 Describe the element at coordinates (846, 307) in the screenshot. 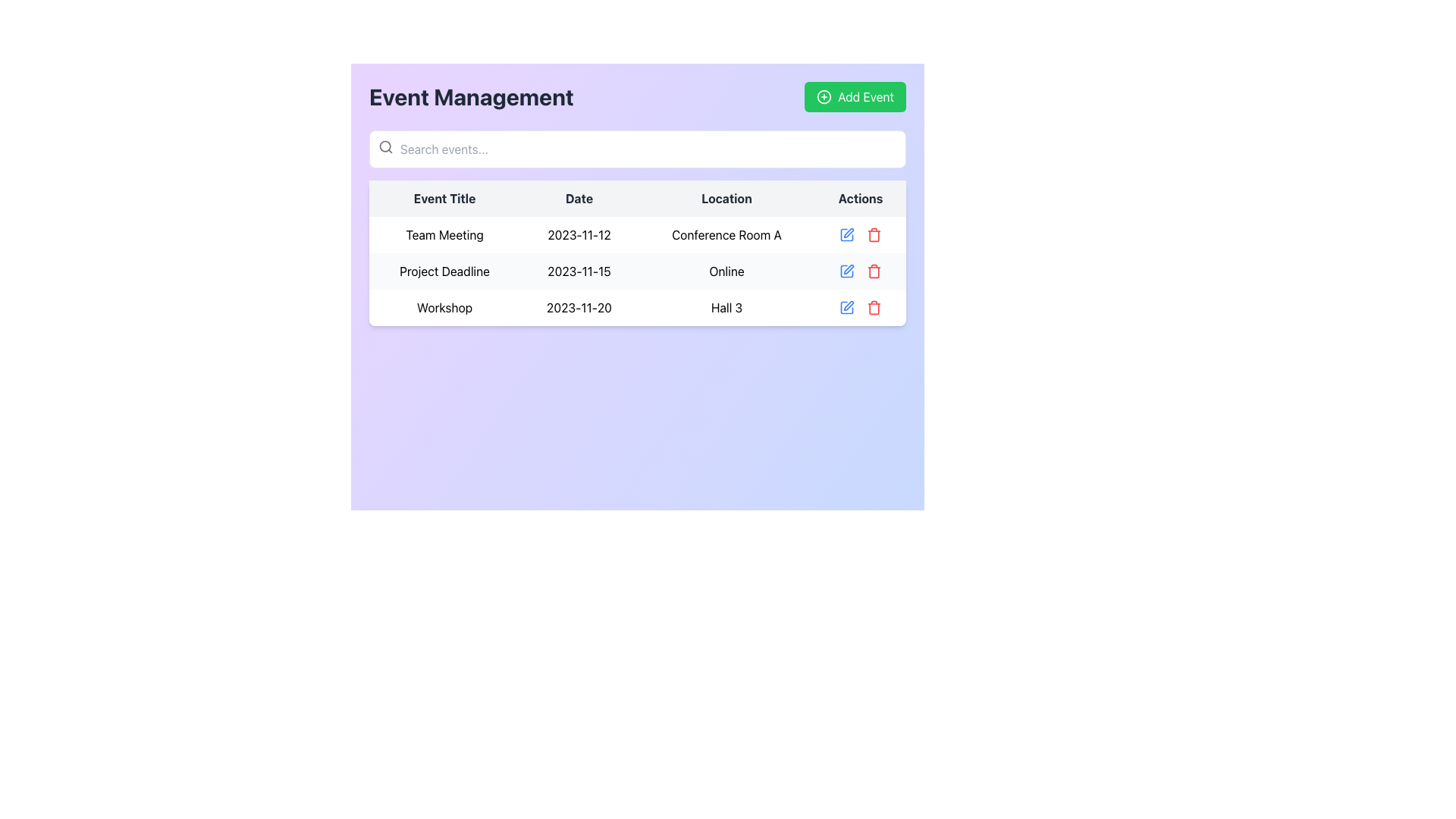

I see `the Icon Button located in the bottom row of the 'Actions' column in the table to initiate editing for the record` at that location.